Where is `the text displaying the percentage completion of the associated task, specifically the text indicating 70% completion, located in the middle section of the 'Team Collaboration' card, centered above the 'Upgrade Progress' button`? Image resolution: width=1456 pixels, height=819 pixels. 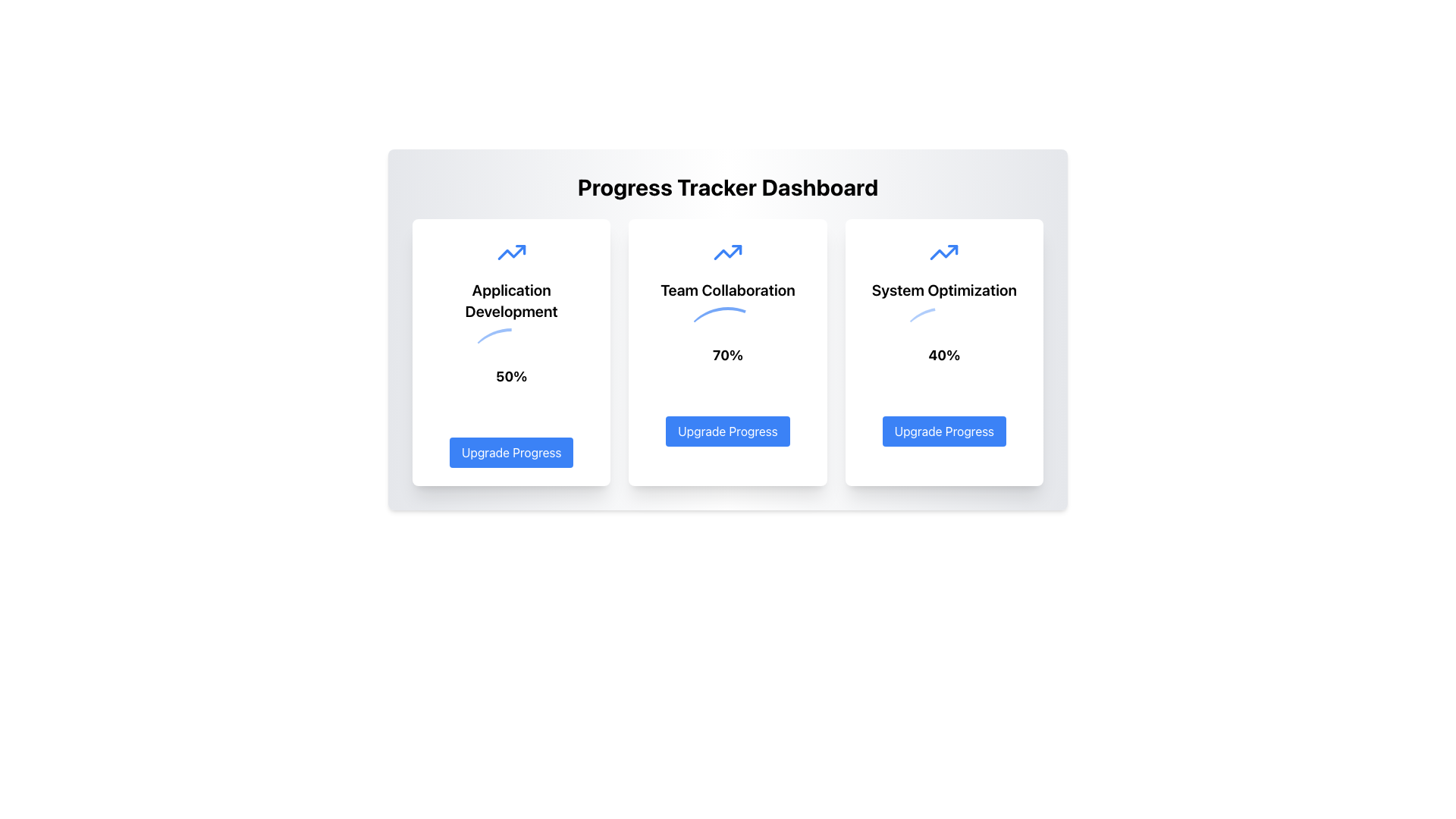 the text displaying the percentage completion of the associated task, specifically the text indicating 70% completion, located in the middle section of the 'Team Collaboration' card, centered above the 'Upgrade Progress' button is located at coordinates (728, 356).